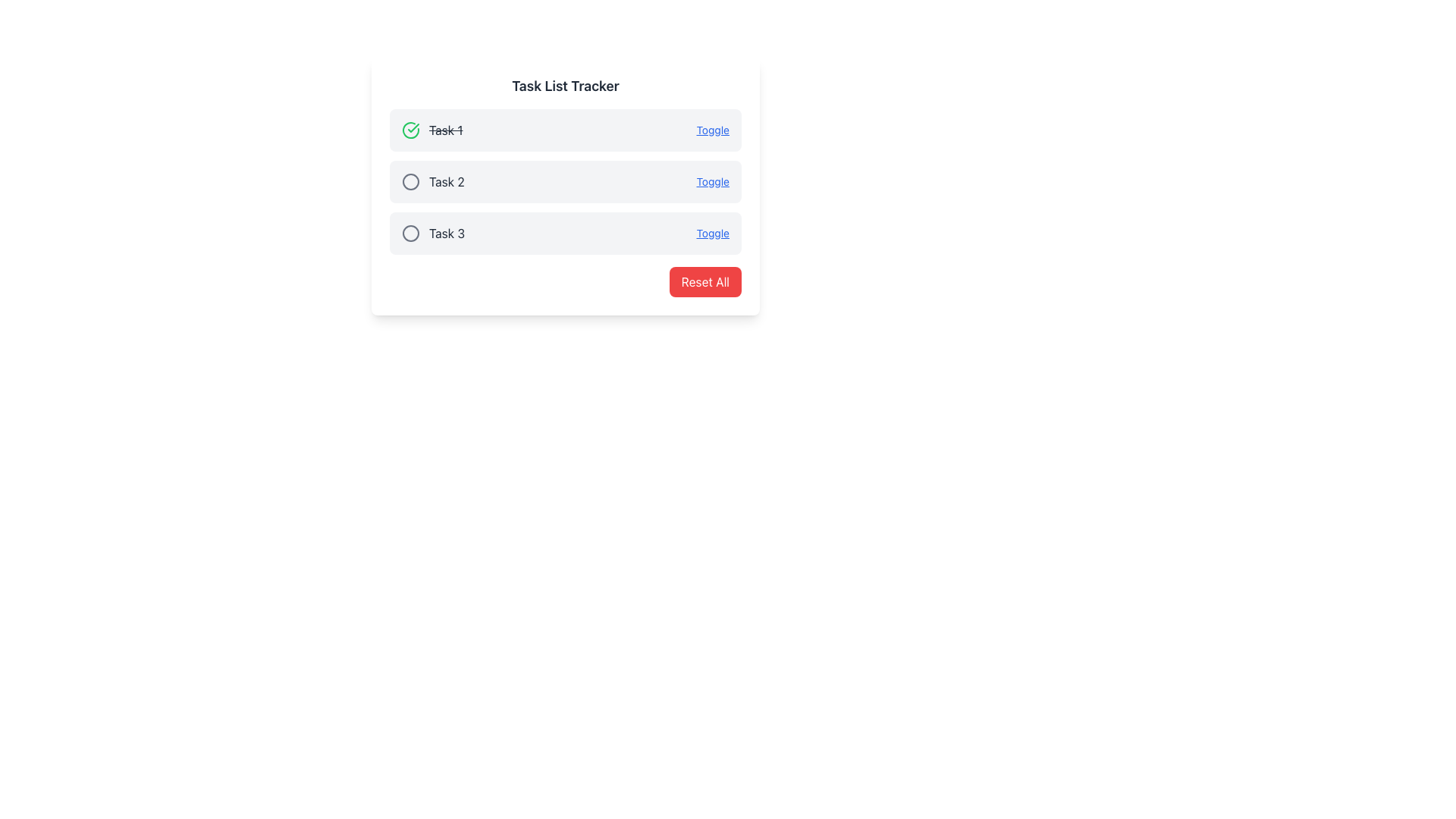 The width and height of the screenshot is (1456, 819). I want to click on the 'Toggle' text link, which is styled in blue and underlined, located at the far-right end of the first task row in the task list interface, so click(712, 130).